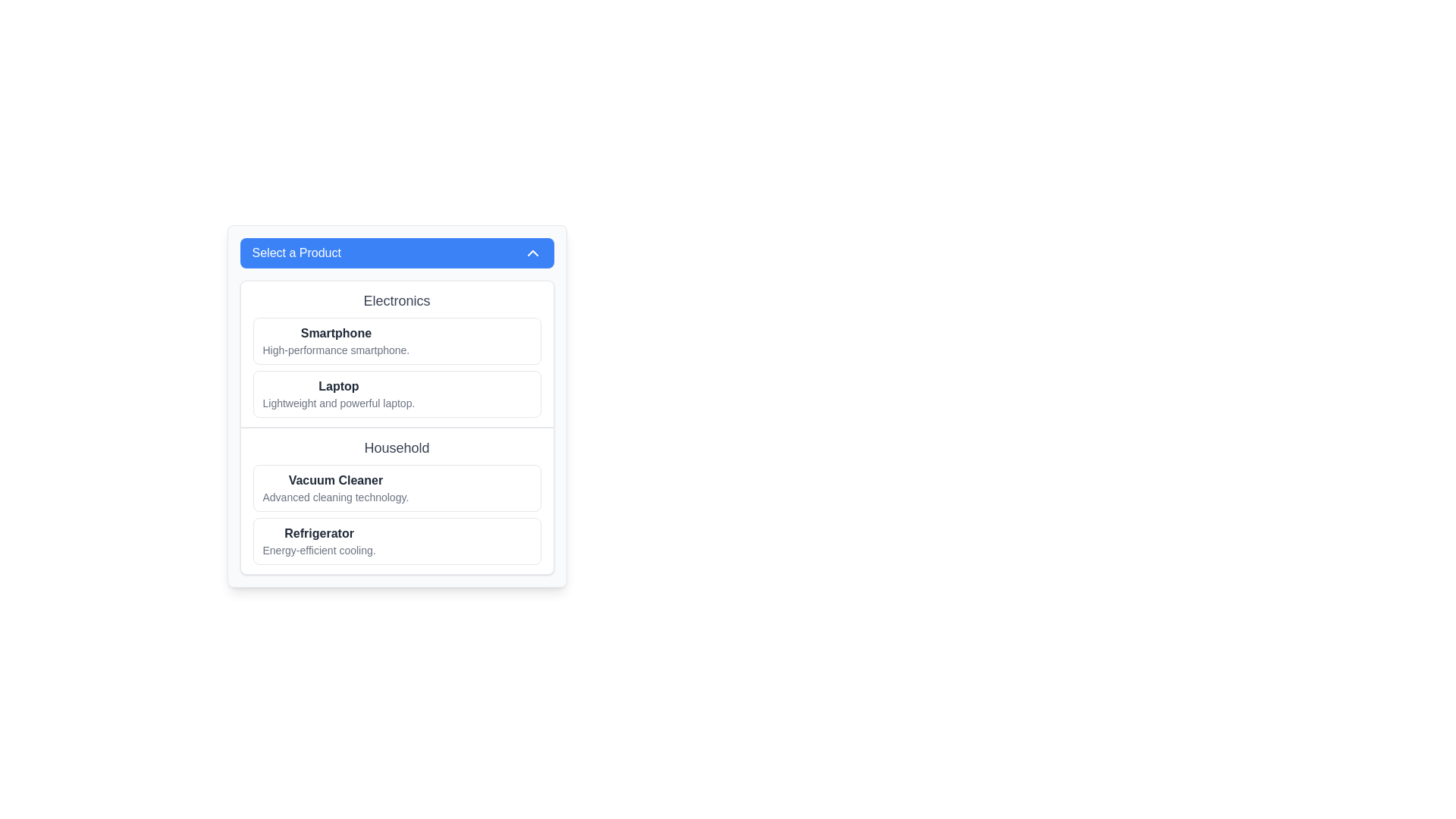 This screenshot has width=1456, height=819. Describe the element at coordinates (397, 341) in the screenshot. I see `to select the first item in the vertical list under the 'Electronics' heading, which displays information about the Smartphone` at that location.